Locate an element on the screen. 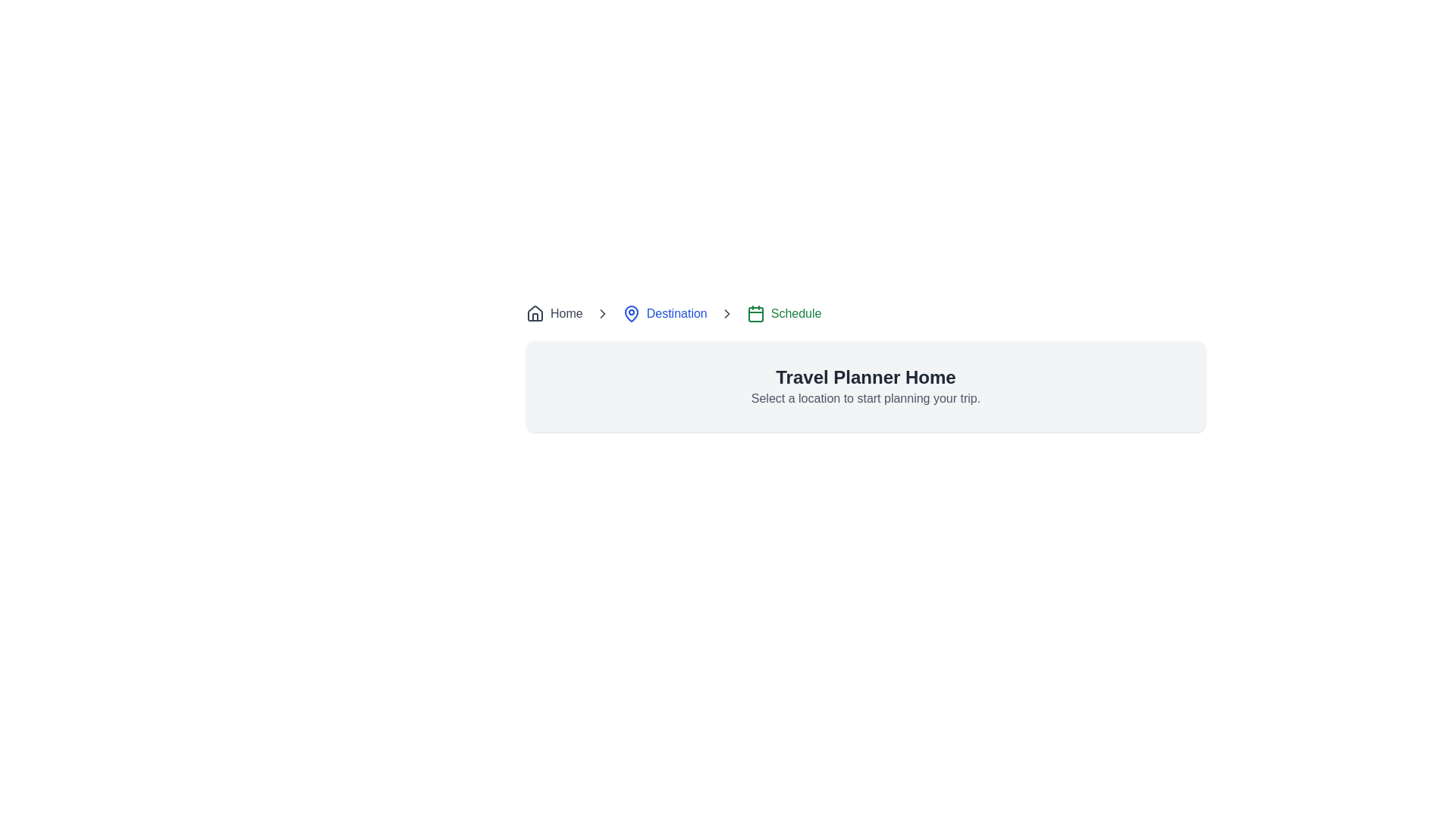 The height and width of the screenshot is (819, 1456). the 'Schedule' hyperlink which consists of a calendar icon and is styled in green, located in the breadcrumb navigation bar is located at coordinates (784, 312).